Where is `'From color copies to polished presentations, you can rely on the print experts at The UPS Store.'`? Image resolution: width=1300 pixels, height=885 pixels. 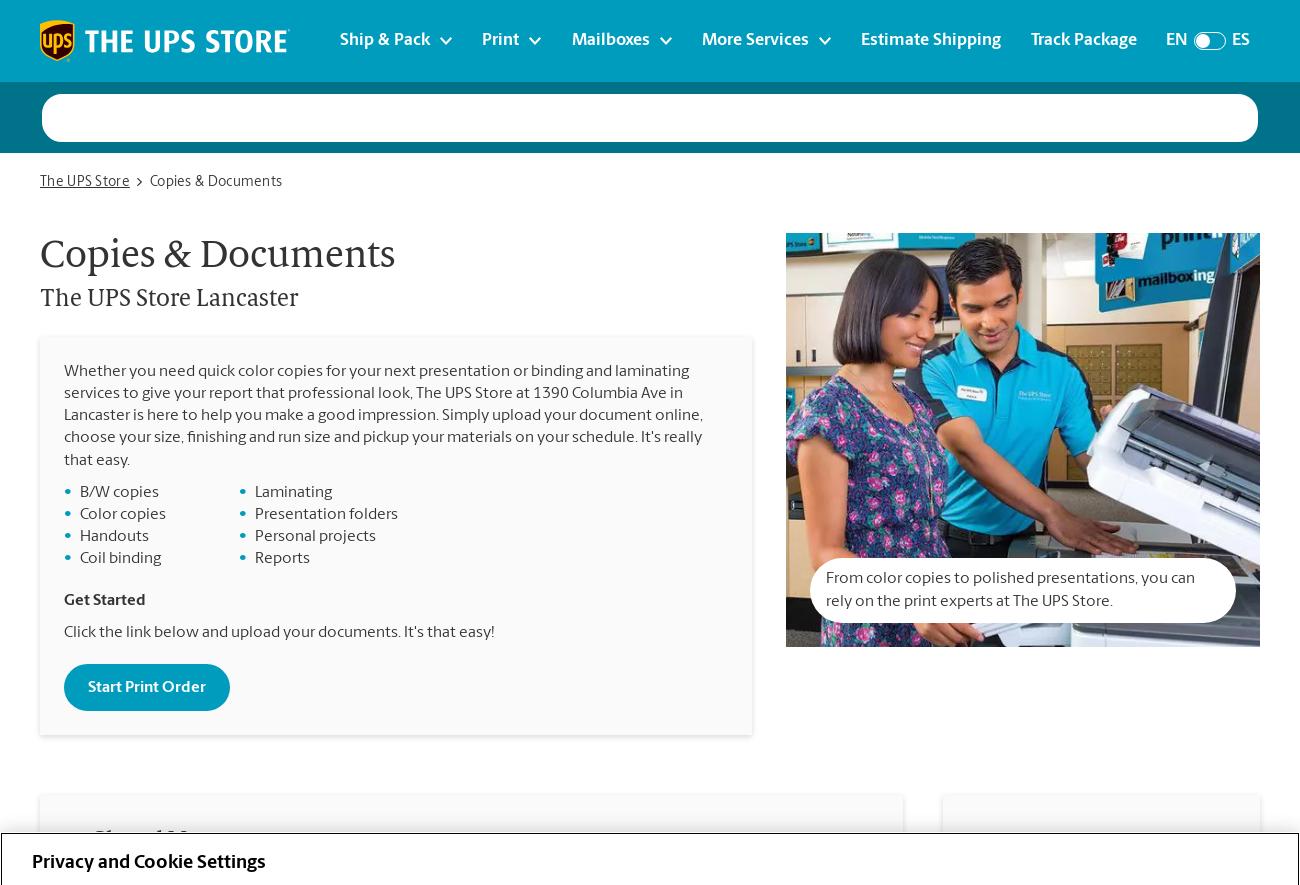 'From color copies to polished presentations, you can rely on the print experts at The UPS Store.' is located at coordinates (1008, 590).